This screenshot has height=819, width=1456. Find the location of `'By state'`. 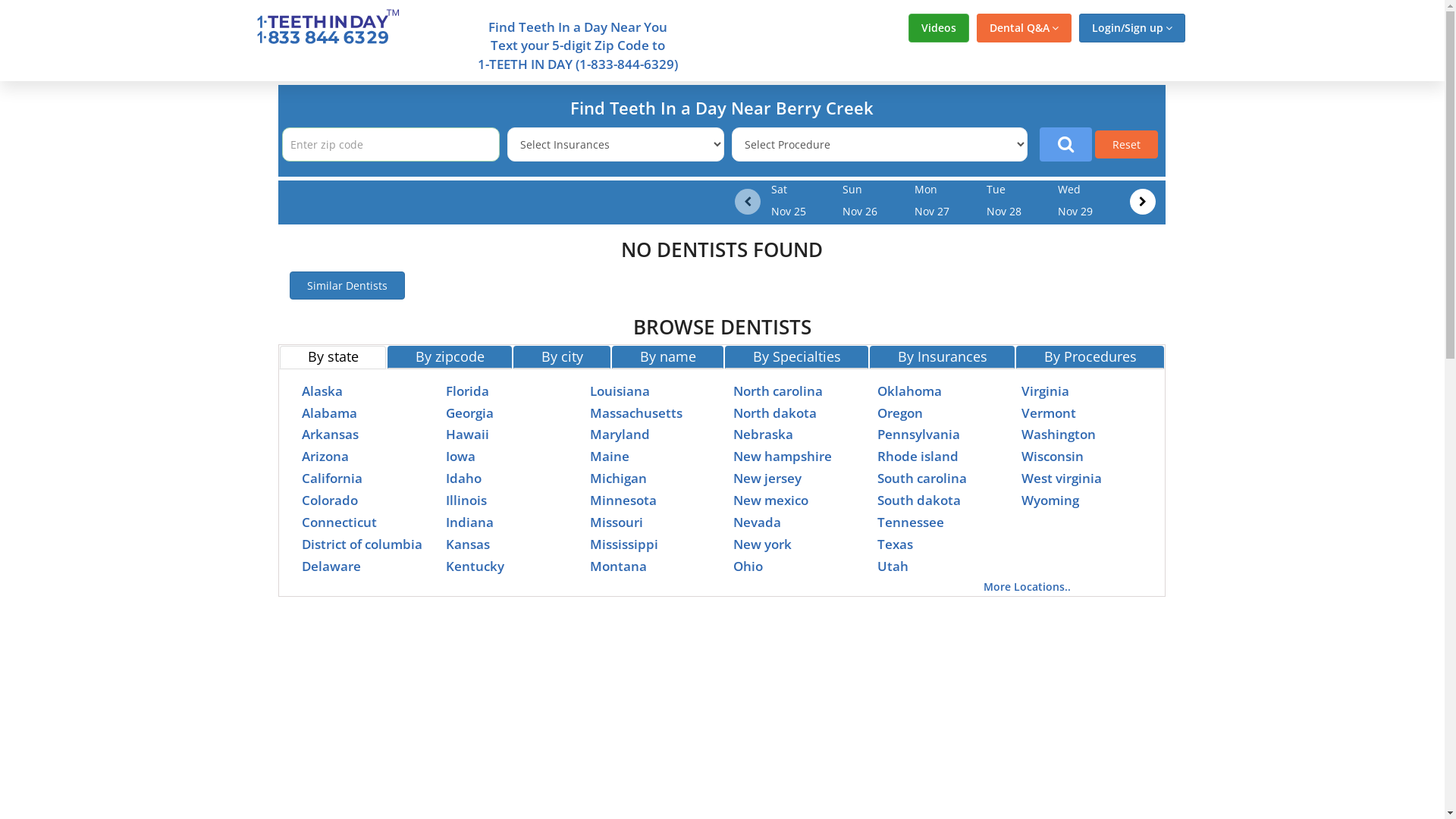

'By state' is located at coordinates (280, 356).